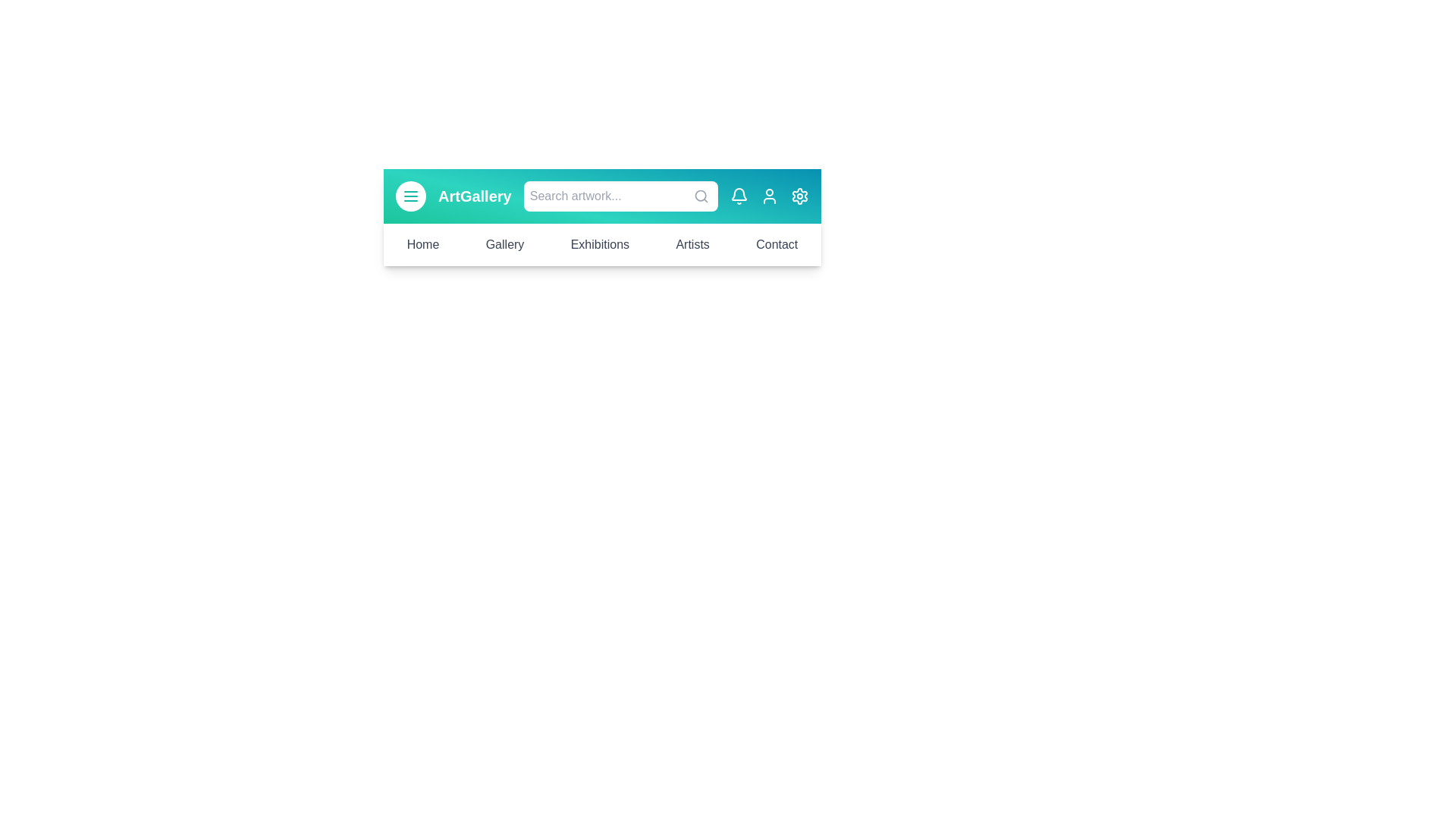 This screenshot has height=819, width=1456. What do you see at coordinates (776, 244) in the screenshot?
I see `the menu option Contact to navigate to the corresponding section` at bounding box center [776, 244].